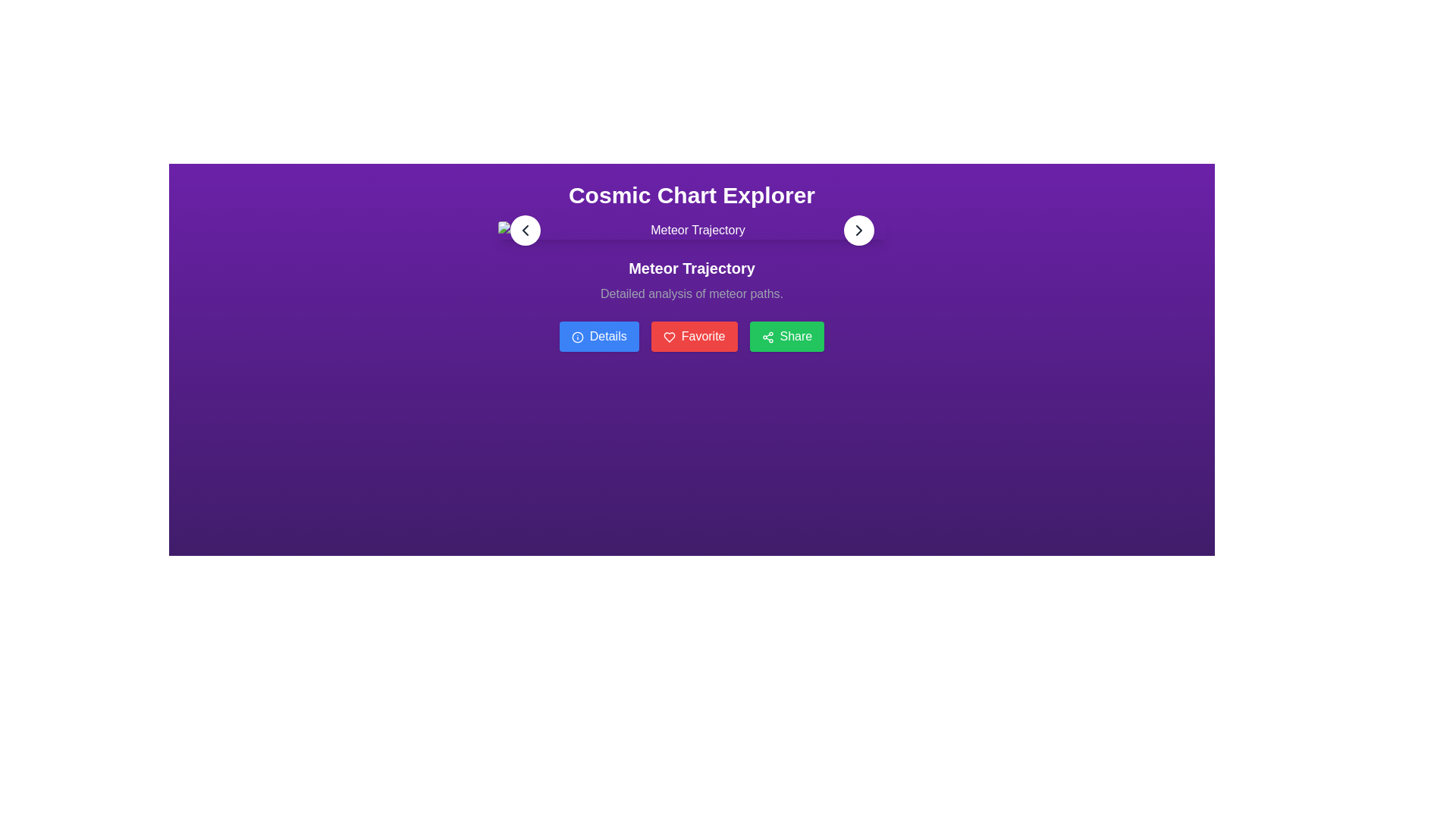  What do you see at coordinates (767, 336) in the screenshot?
I see `the green 'Share' button located at the bottom right of the action buttons row beneath the 'Meteor Trajectory' title` at bounding box center [767, 336].